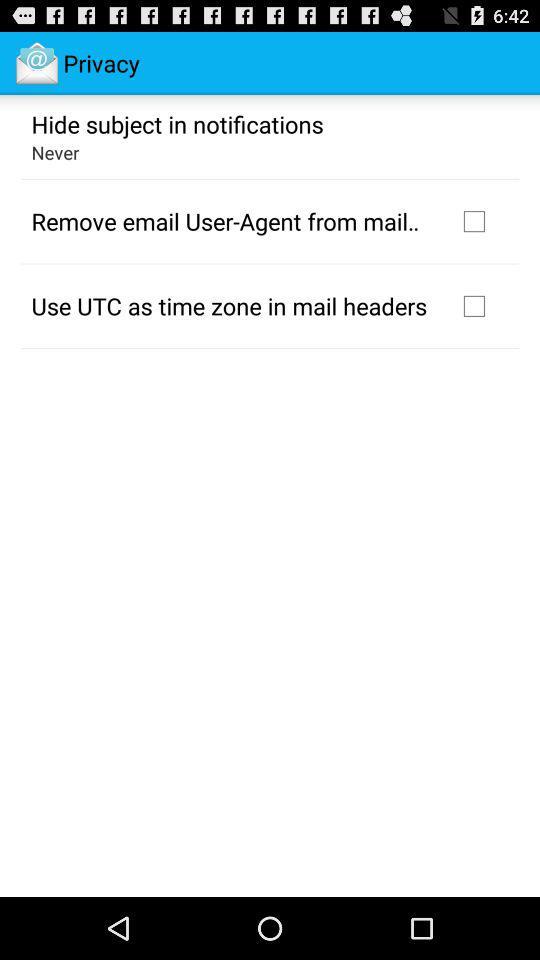 Image resolution: width=540 pixels, height=960 pixels. Describe the element at coordinates (230, 221) in the screenshot. I see `remove email user item` at that location.